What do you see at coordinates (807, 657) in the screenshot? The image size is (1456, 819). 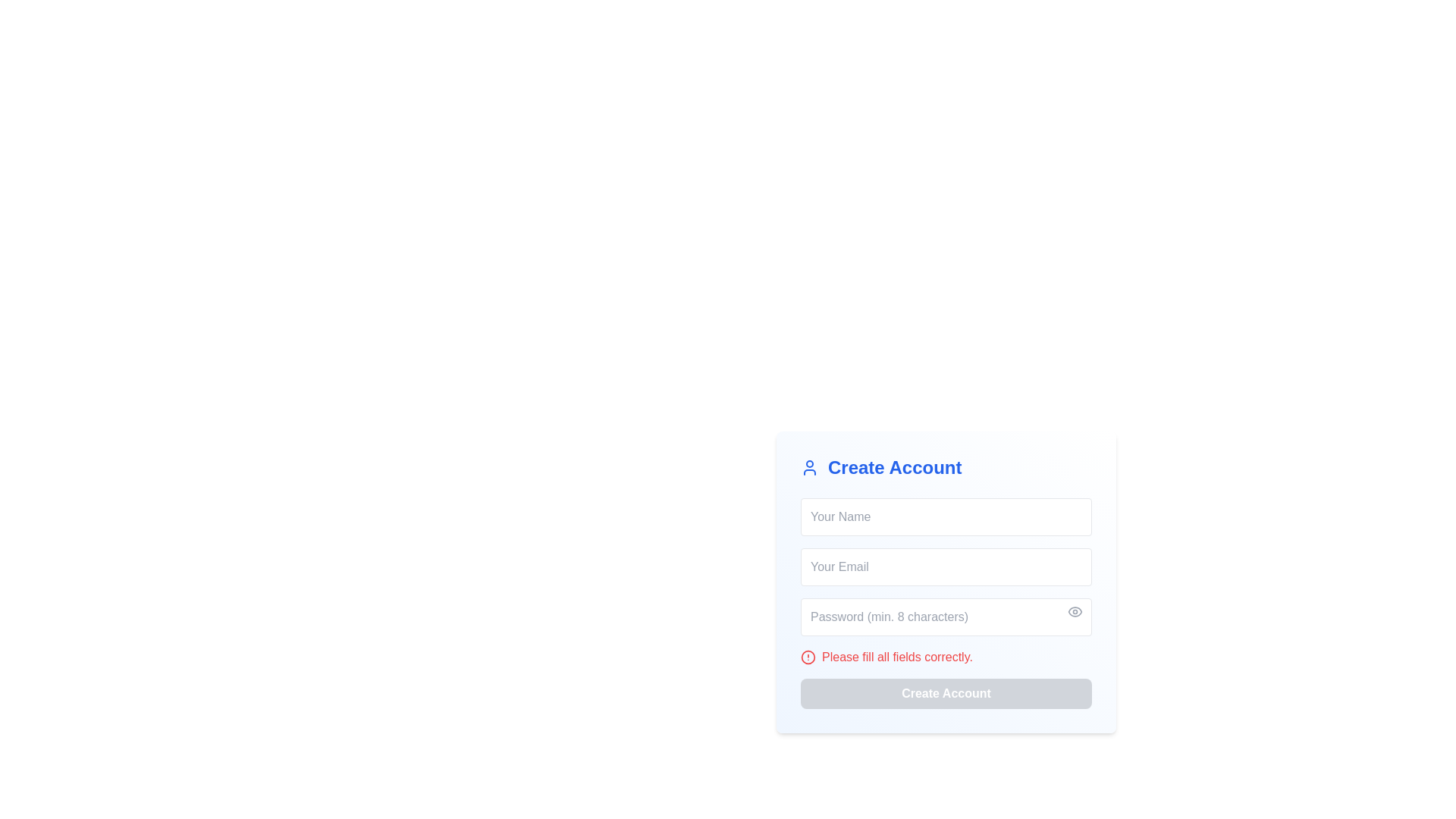 I see `the red circular alert icon located to the left of the warning text 'Please fill all fields correctly.'` at bounding box center [807, 657].